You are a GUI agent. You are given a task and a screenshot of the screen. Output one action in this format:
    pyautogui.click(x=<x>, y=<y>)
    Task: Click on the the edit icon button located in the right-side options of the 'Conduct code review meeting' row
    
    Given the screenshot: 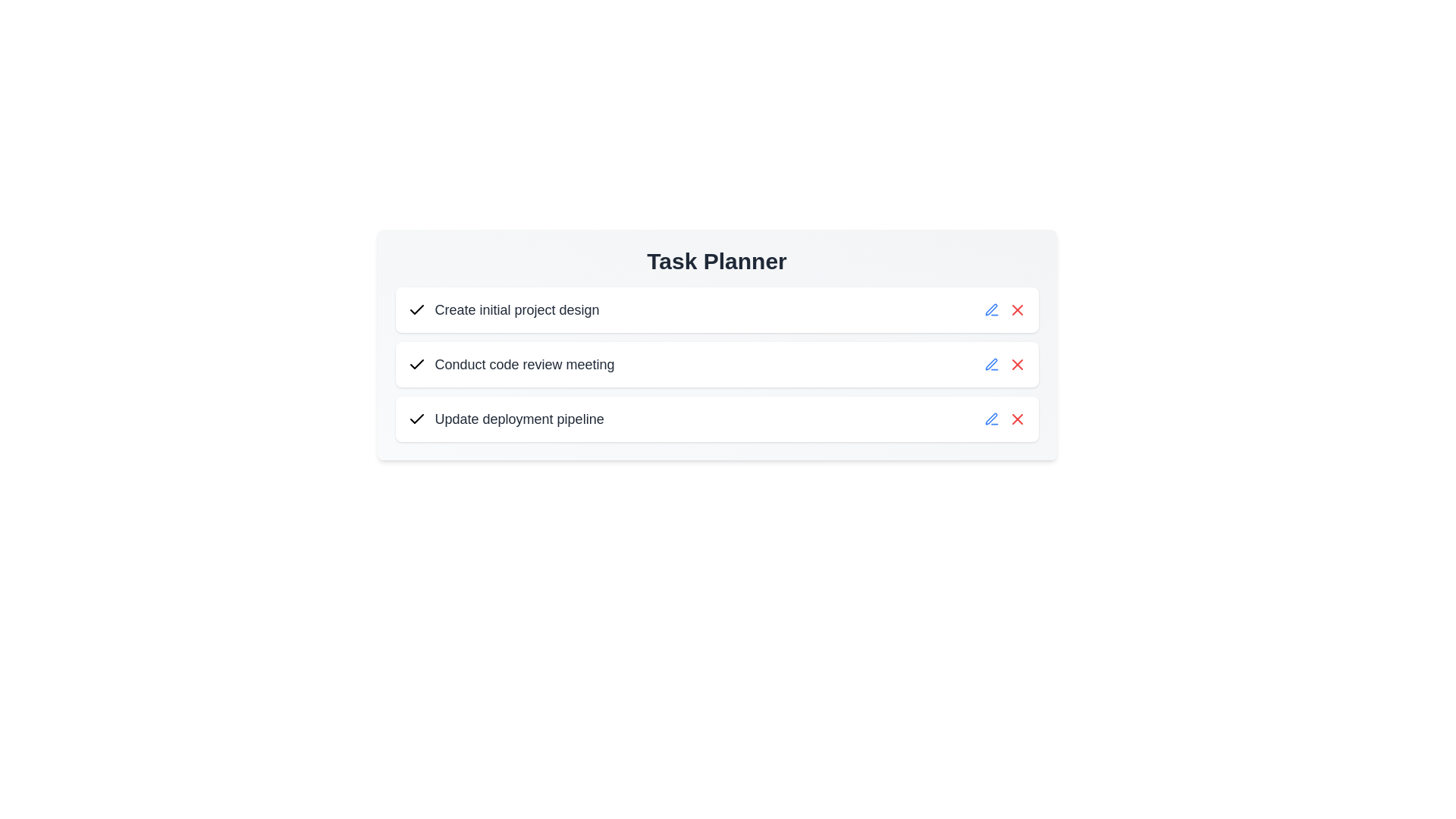 What is the action you would take?
    pyautogui.click(x=991, y=365)
    